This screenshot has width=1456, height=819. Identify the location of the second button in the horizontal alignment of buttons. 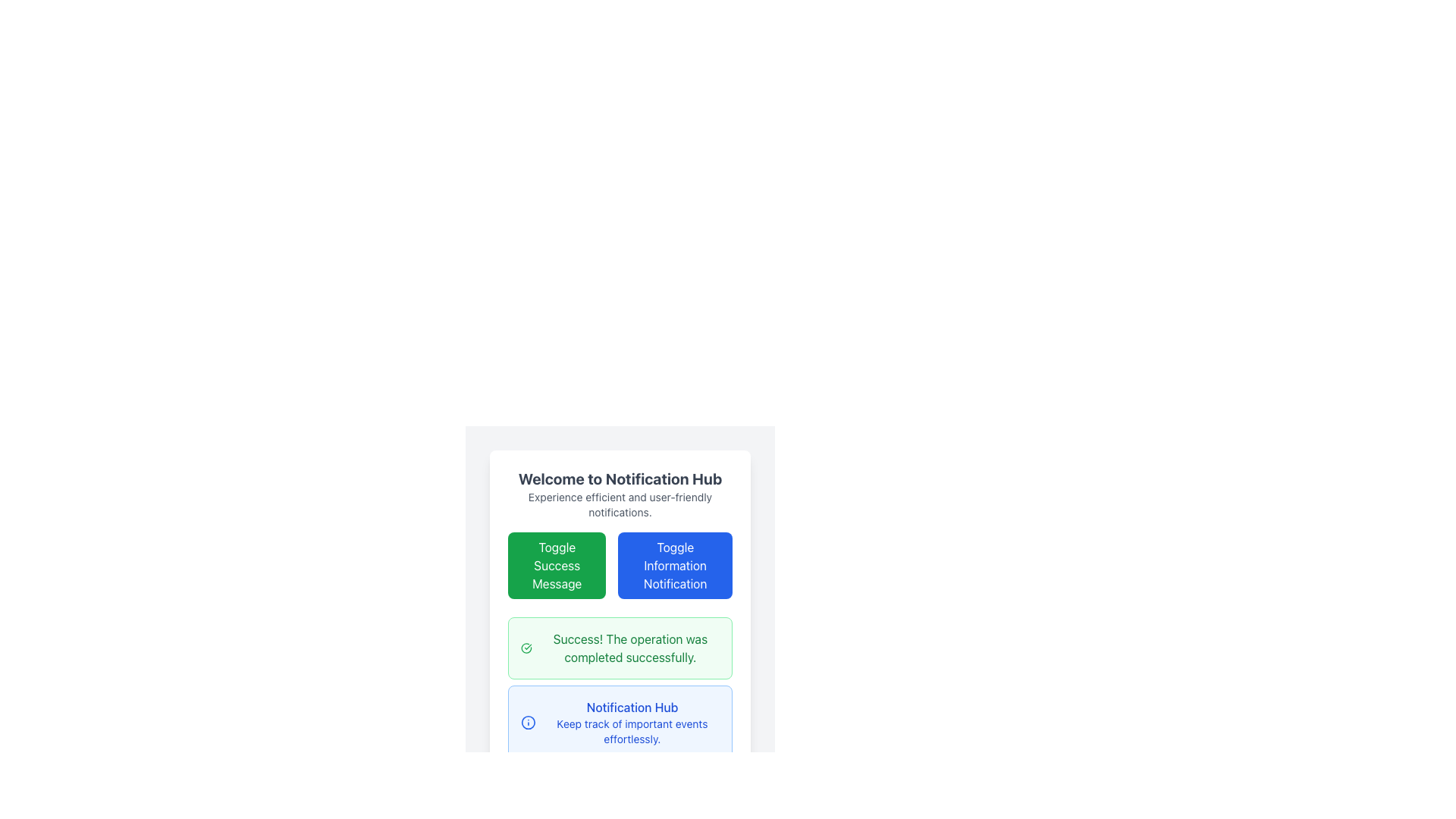
(674, 565).